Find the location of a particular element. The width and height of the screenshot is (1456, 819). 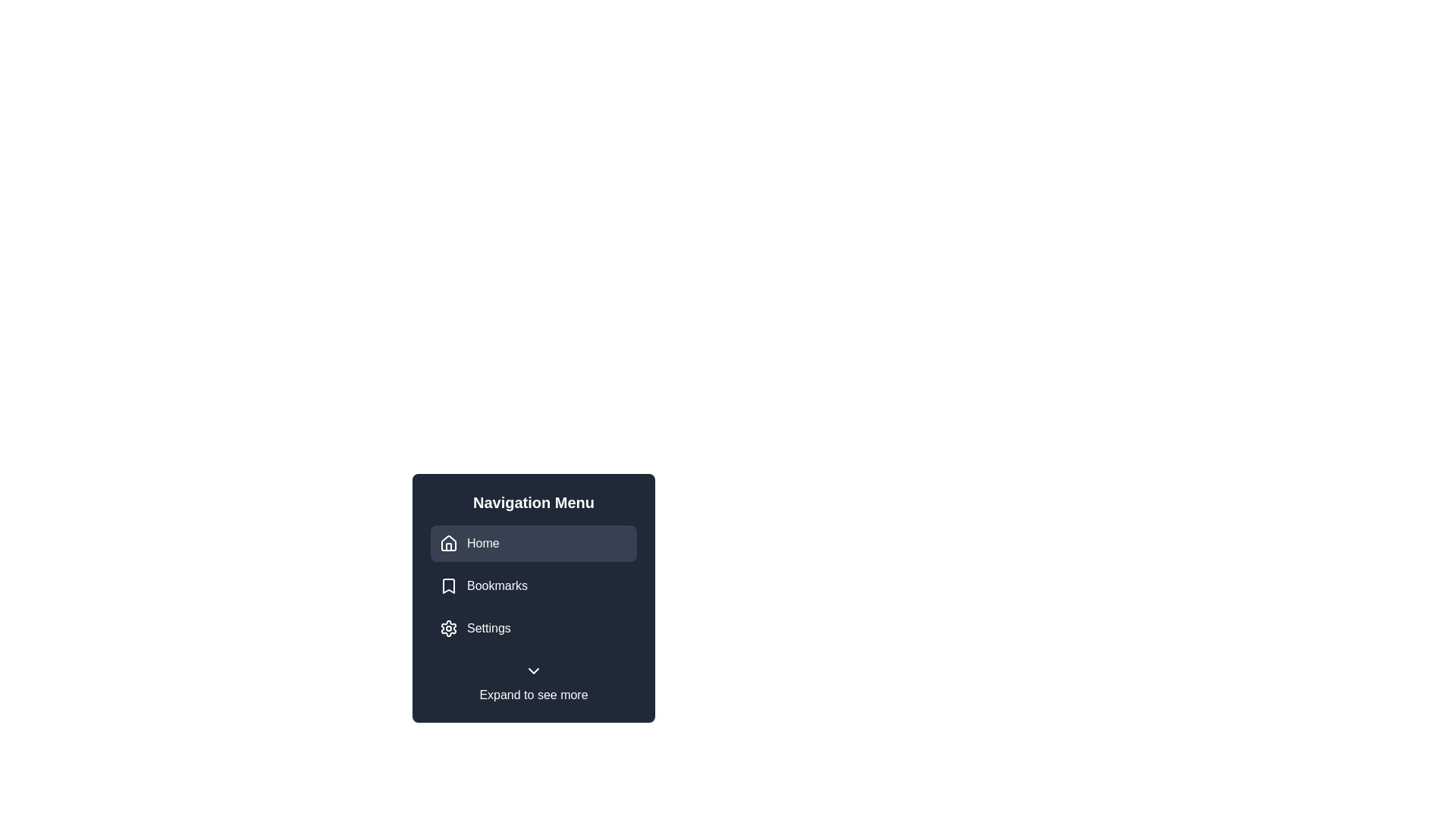

the bookmark-shaped icon is located at coordinates (447, 585).